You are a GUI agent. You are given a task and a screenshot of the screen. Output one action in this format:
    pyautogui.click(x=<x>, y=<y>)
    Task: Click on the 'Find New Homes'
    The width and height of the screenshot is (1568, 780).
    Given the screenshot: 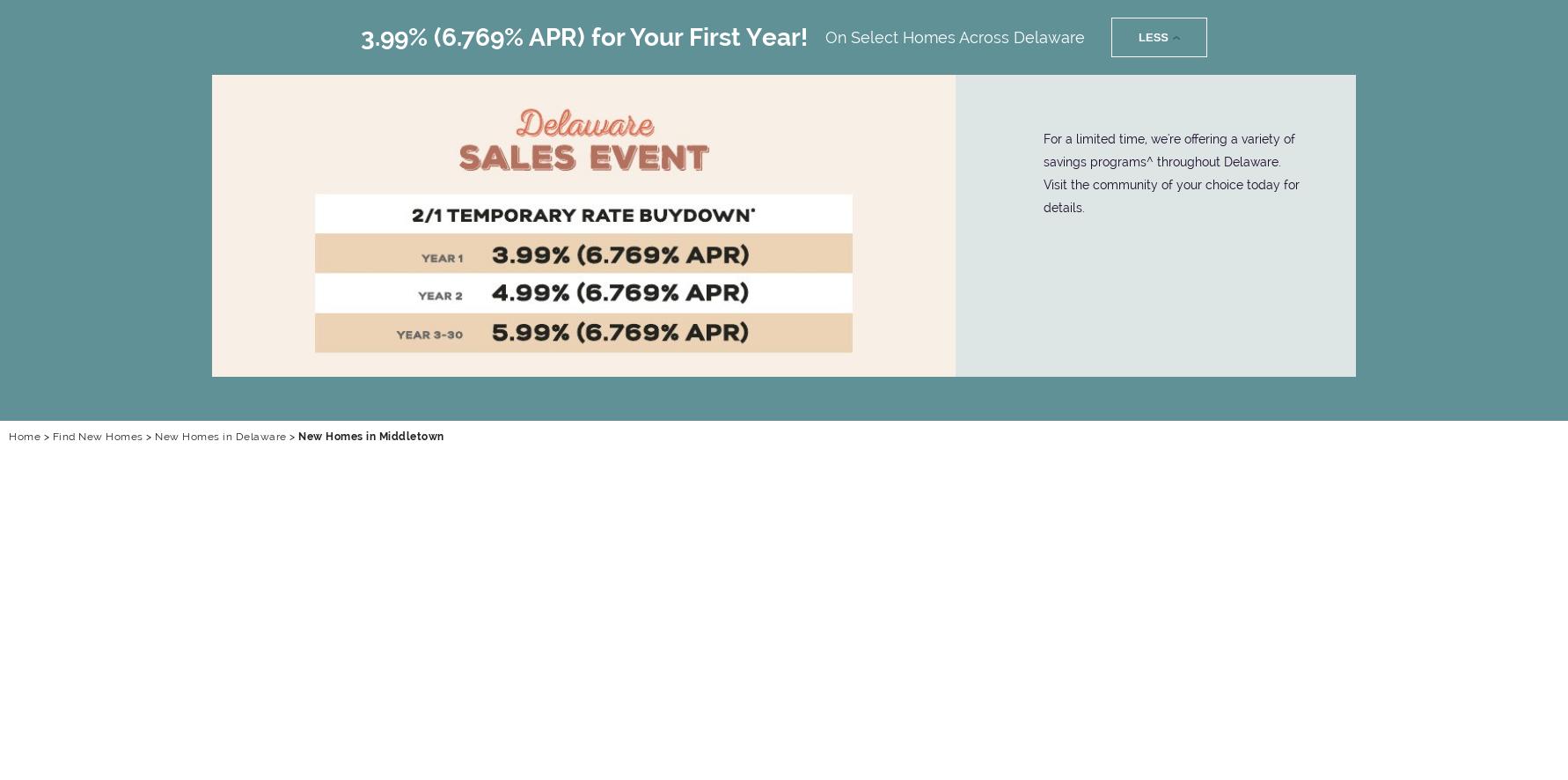 What is the action you would take?
    pyautogui.click(x=96, y=435)
    